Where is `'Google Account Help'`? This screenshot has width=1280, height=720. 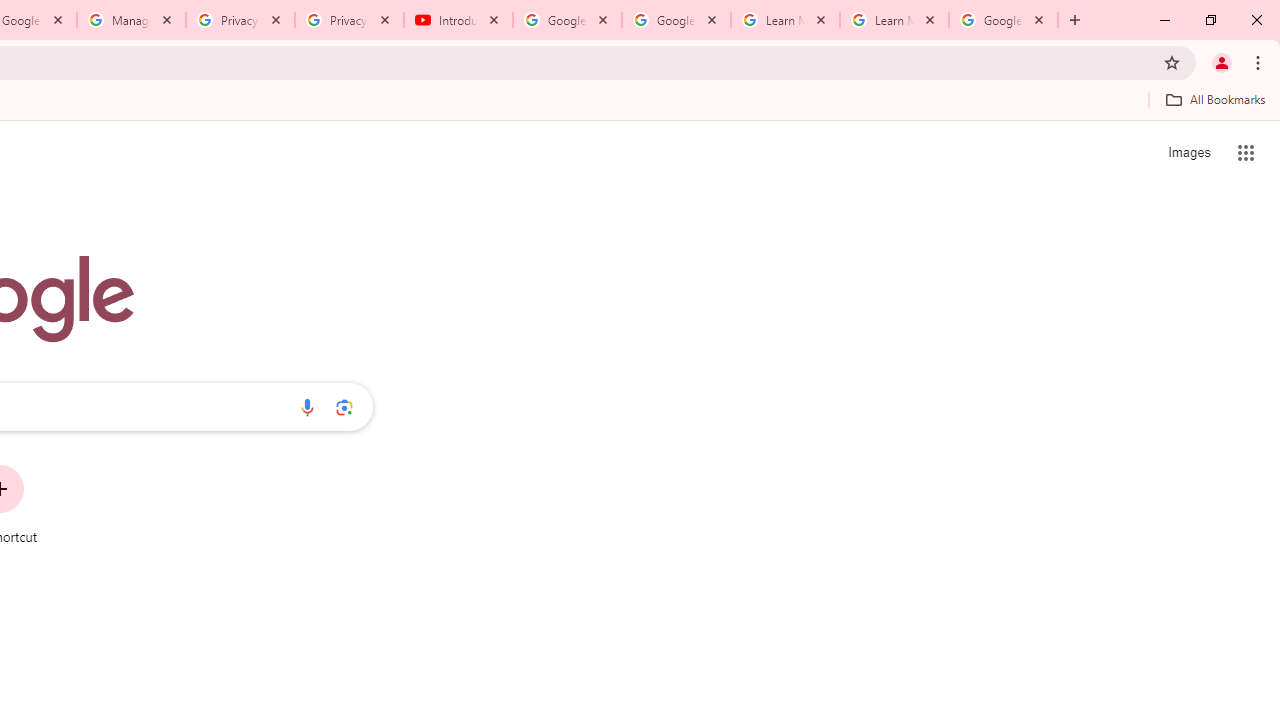
'Google Account Help' is located at coordinates (676, 20).